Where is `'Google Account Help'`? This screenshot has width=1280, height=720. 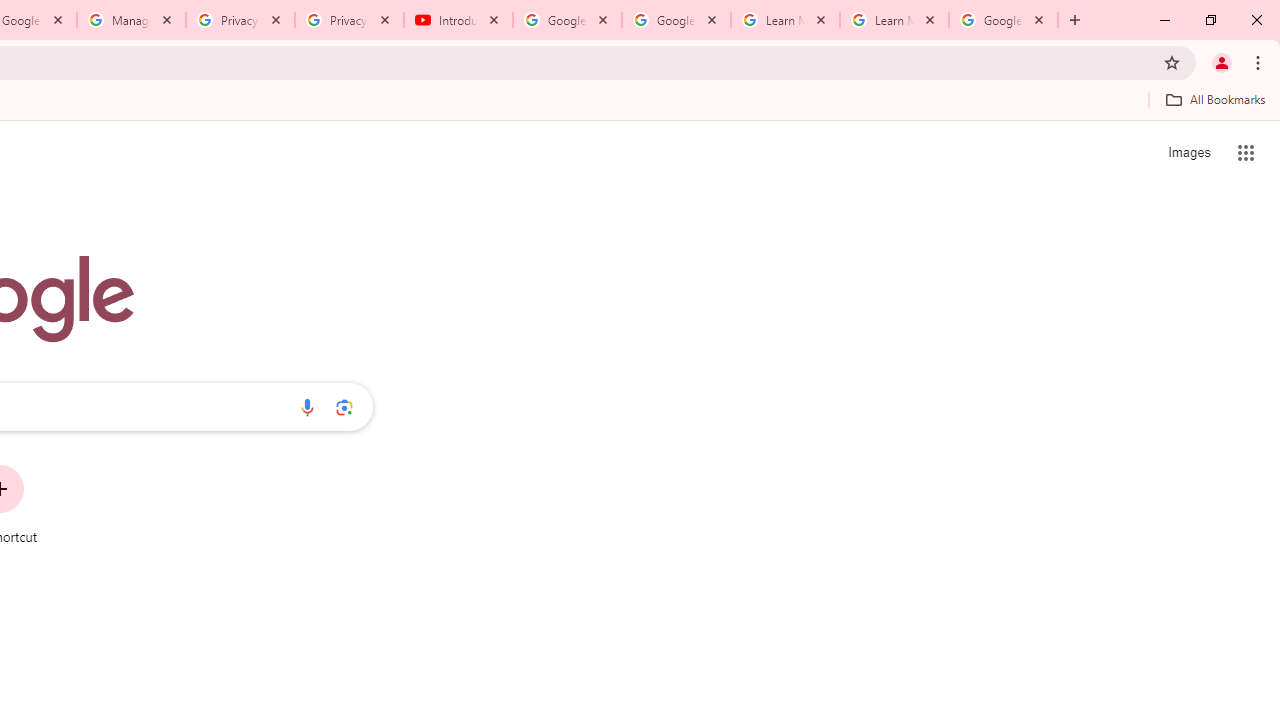
'Google Account Help' is located at coordinates (676, 20).